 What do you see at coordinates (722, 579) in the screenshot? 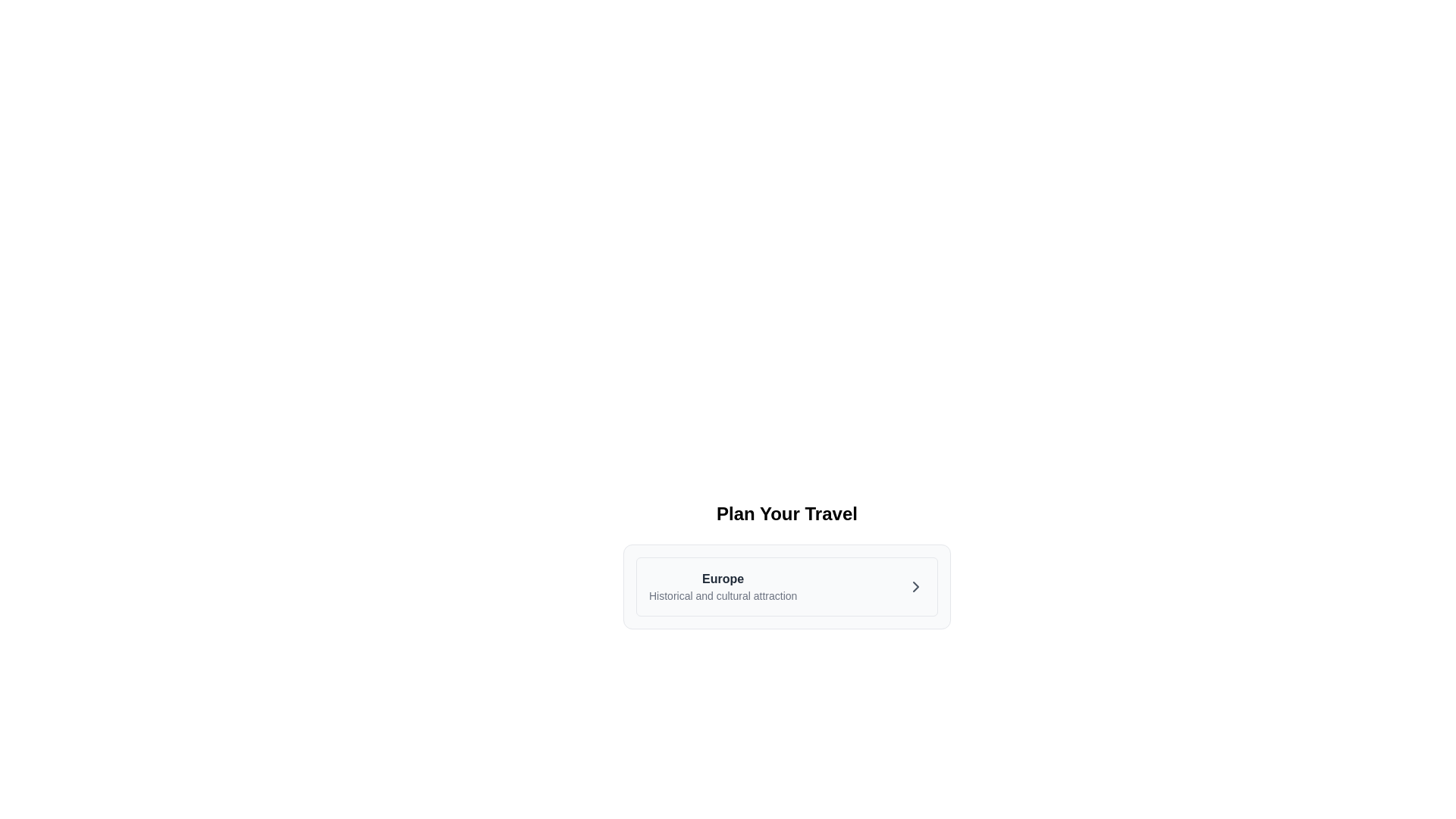
I see `the text label displaying 'Europe' in bold dark gray, which is positioned above the descriptive text 'Historical and cultural attraction'` at bounding box center [722, 579].